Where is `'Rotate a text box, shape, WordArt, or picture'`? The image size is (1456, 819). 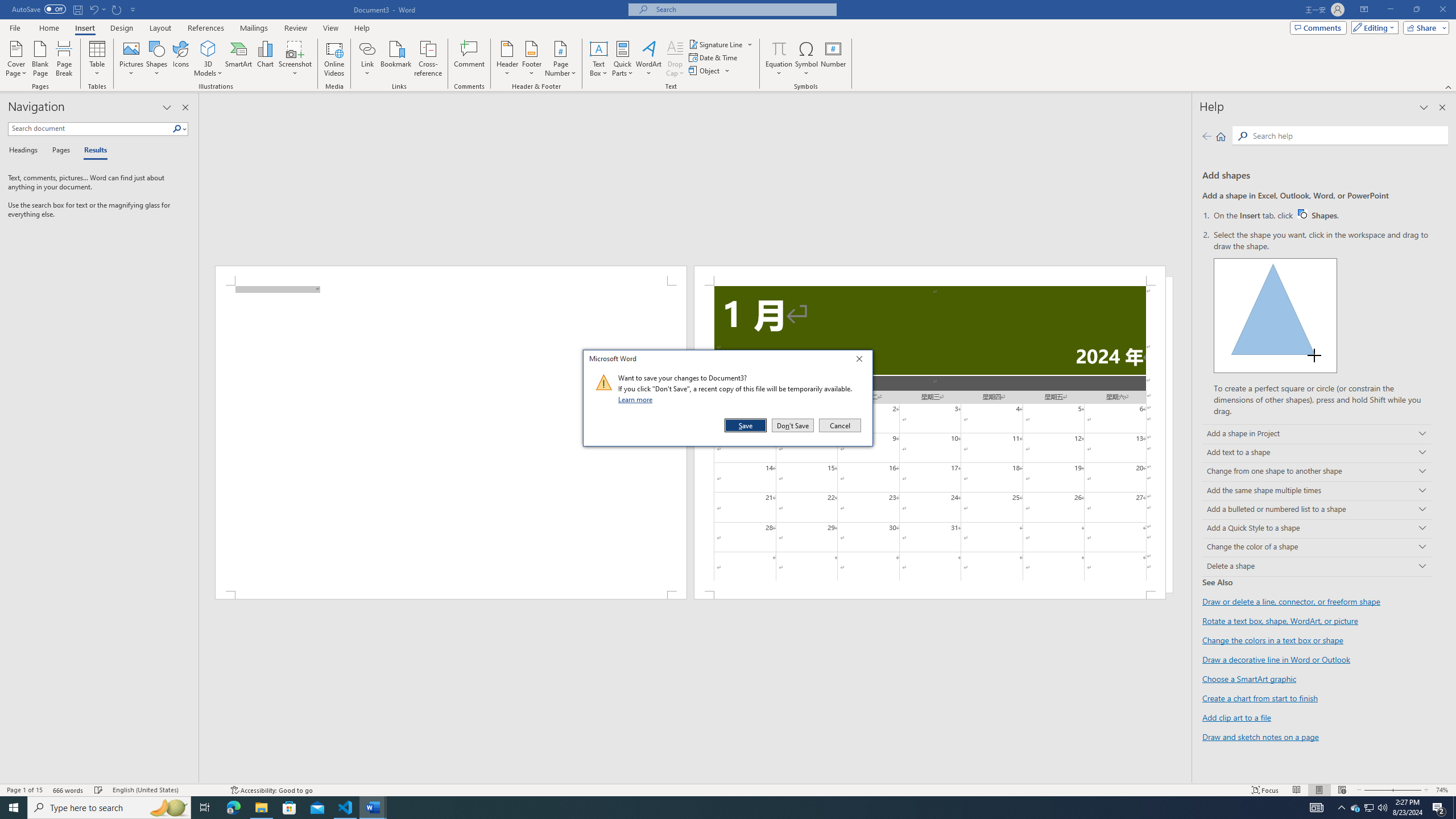 'Rotate a text box, shape, WordArt, or picture' is located at coordinates (1280, 621).